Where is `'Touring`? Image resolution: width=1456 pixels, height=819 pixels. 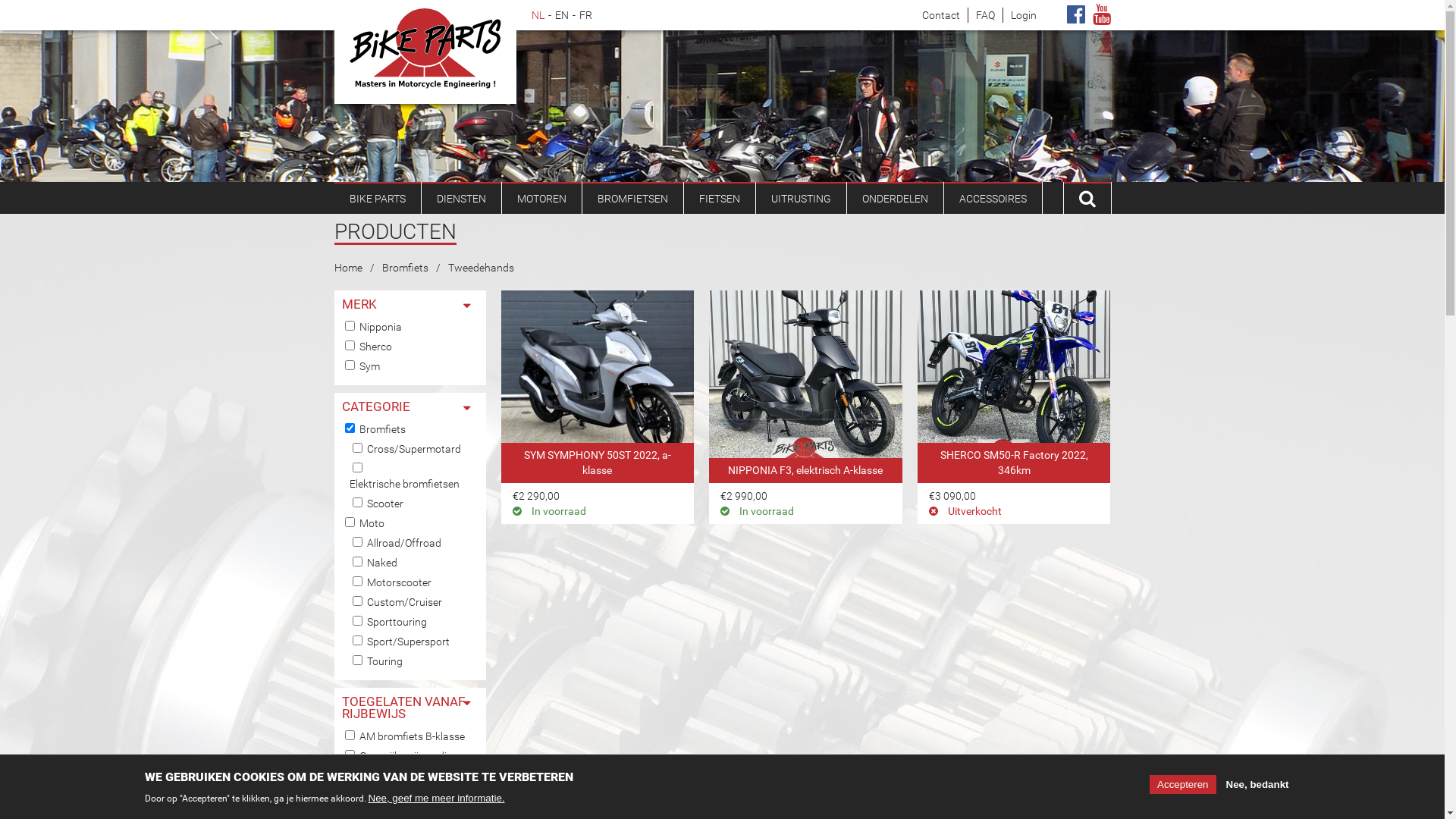 'Touring is located at coordinates (384, 660).